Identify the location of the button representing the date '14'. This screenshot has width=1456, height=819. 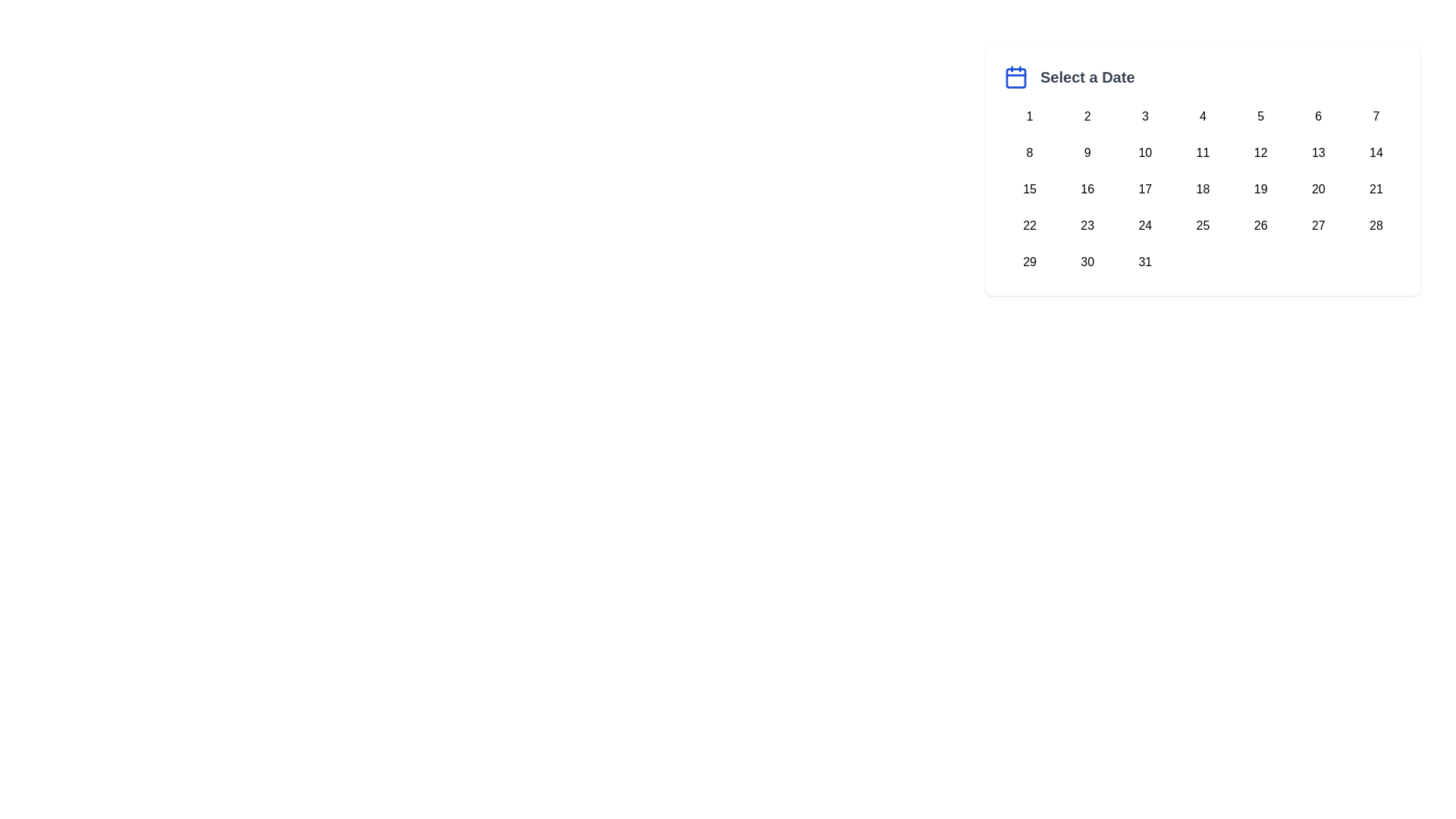
(1376, 152).